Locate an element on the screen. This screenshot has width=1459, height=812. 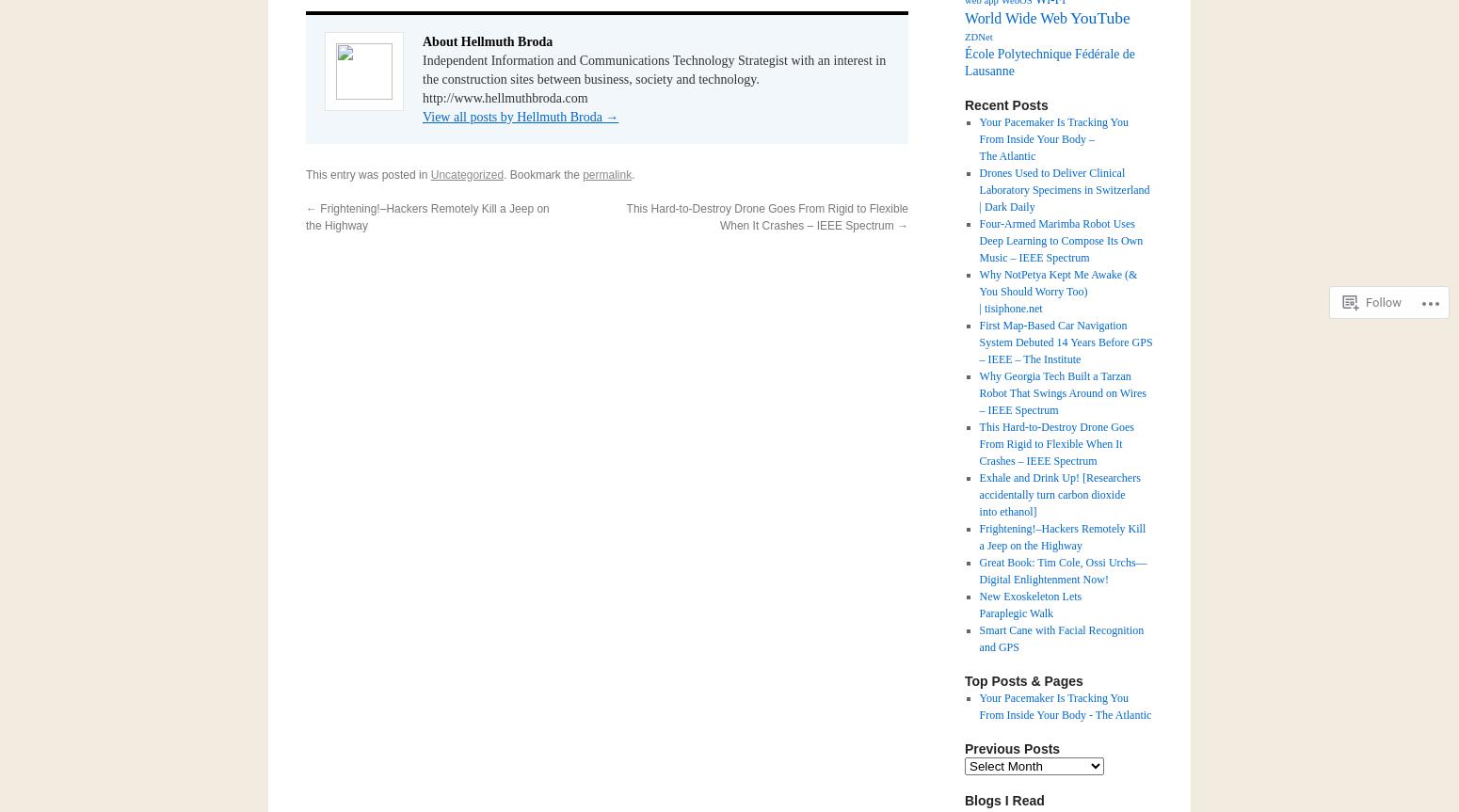
'Great Book: Tim Cole, Ossi Urchs—Digital Enlightenment Now!' is located at coordinates (1062, 570).